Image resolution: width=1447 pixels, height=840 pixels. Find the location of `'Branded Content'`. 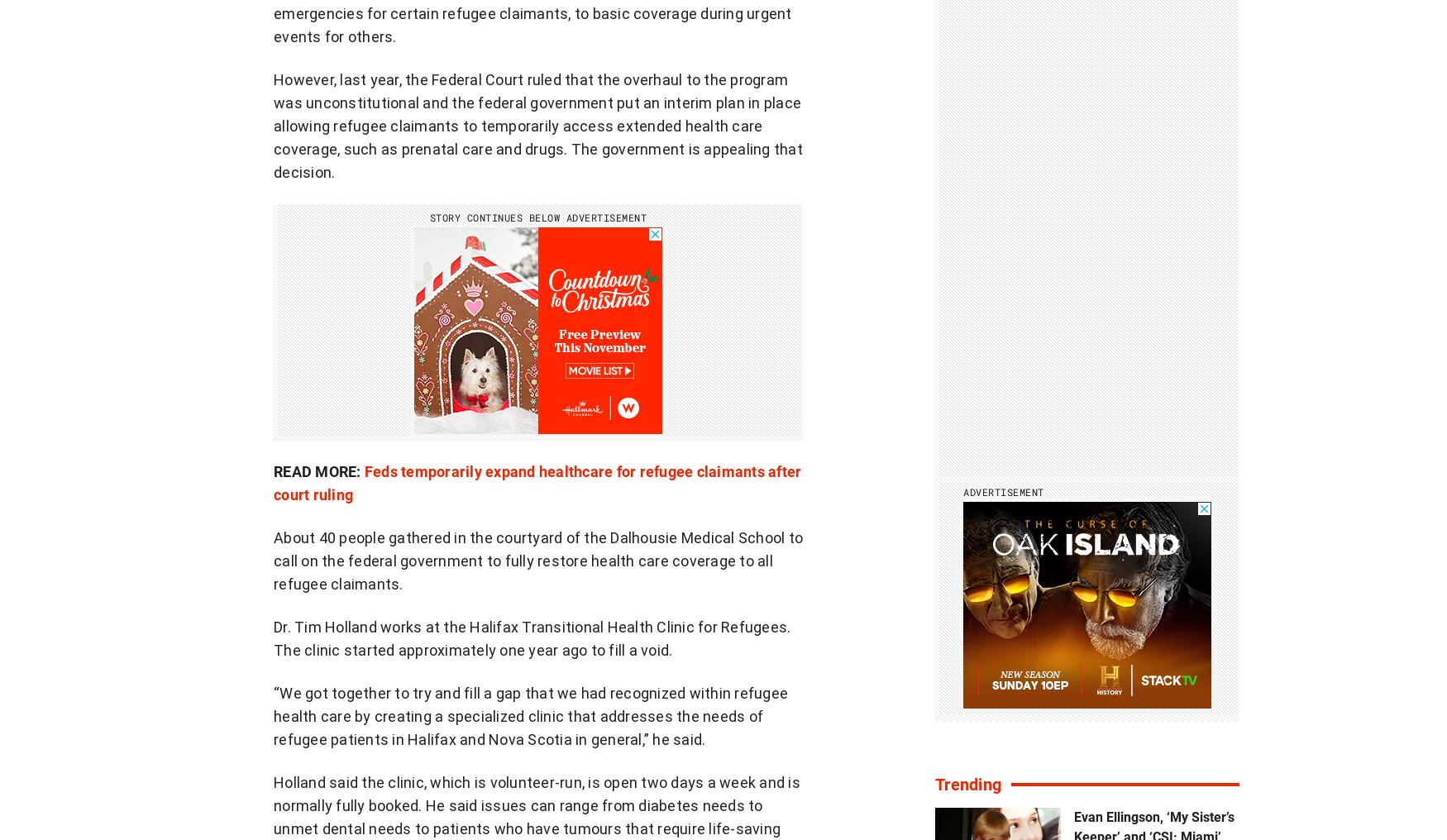

'Branded Content' is located at coordinates (456, 689).